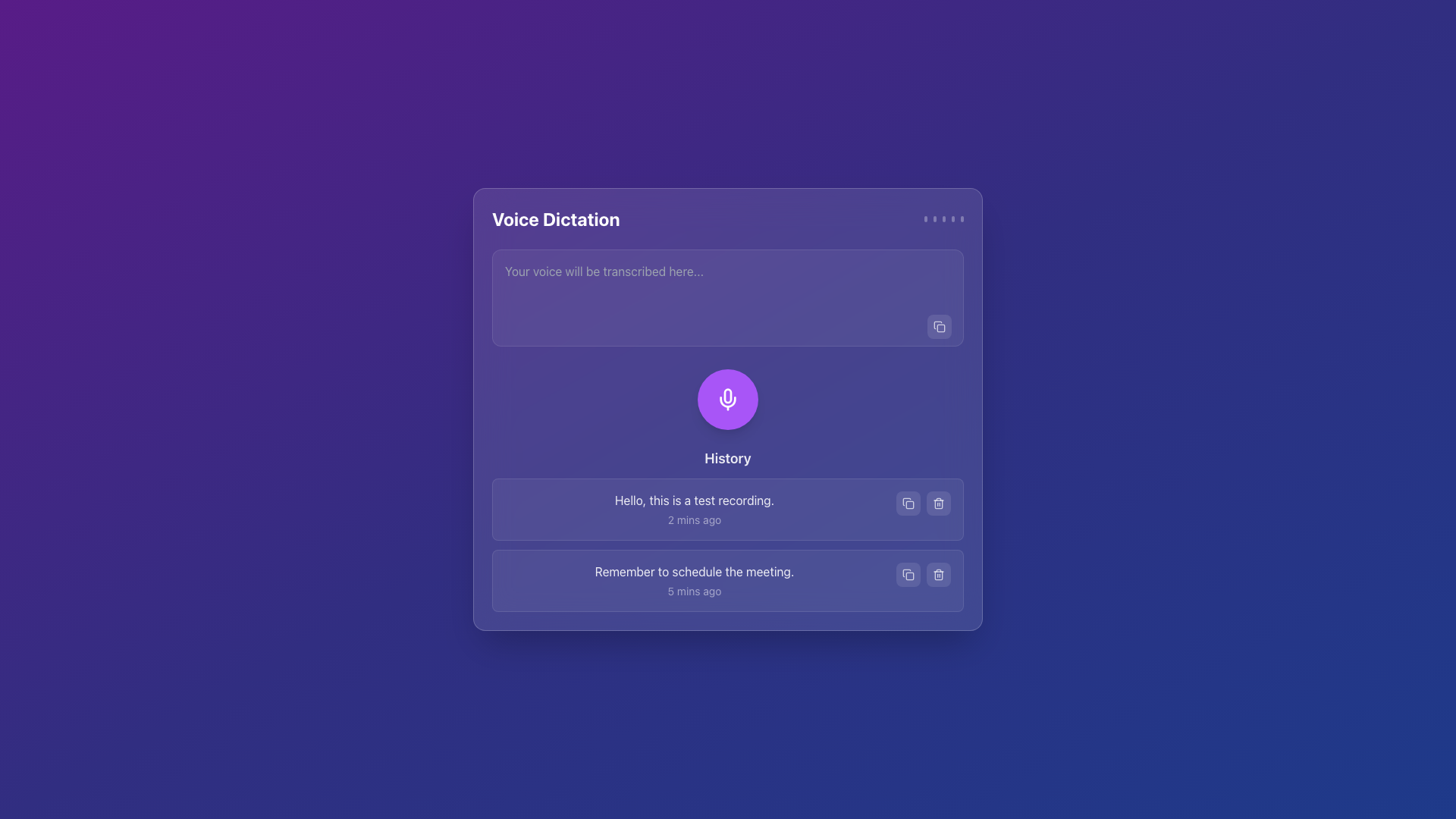 The image size is (1456, 819). I want to click on the 'History' label, which is a bold, white text on a dark purple background, located above the list of recordings, so click(728, 458).